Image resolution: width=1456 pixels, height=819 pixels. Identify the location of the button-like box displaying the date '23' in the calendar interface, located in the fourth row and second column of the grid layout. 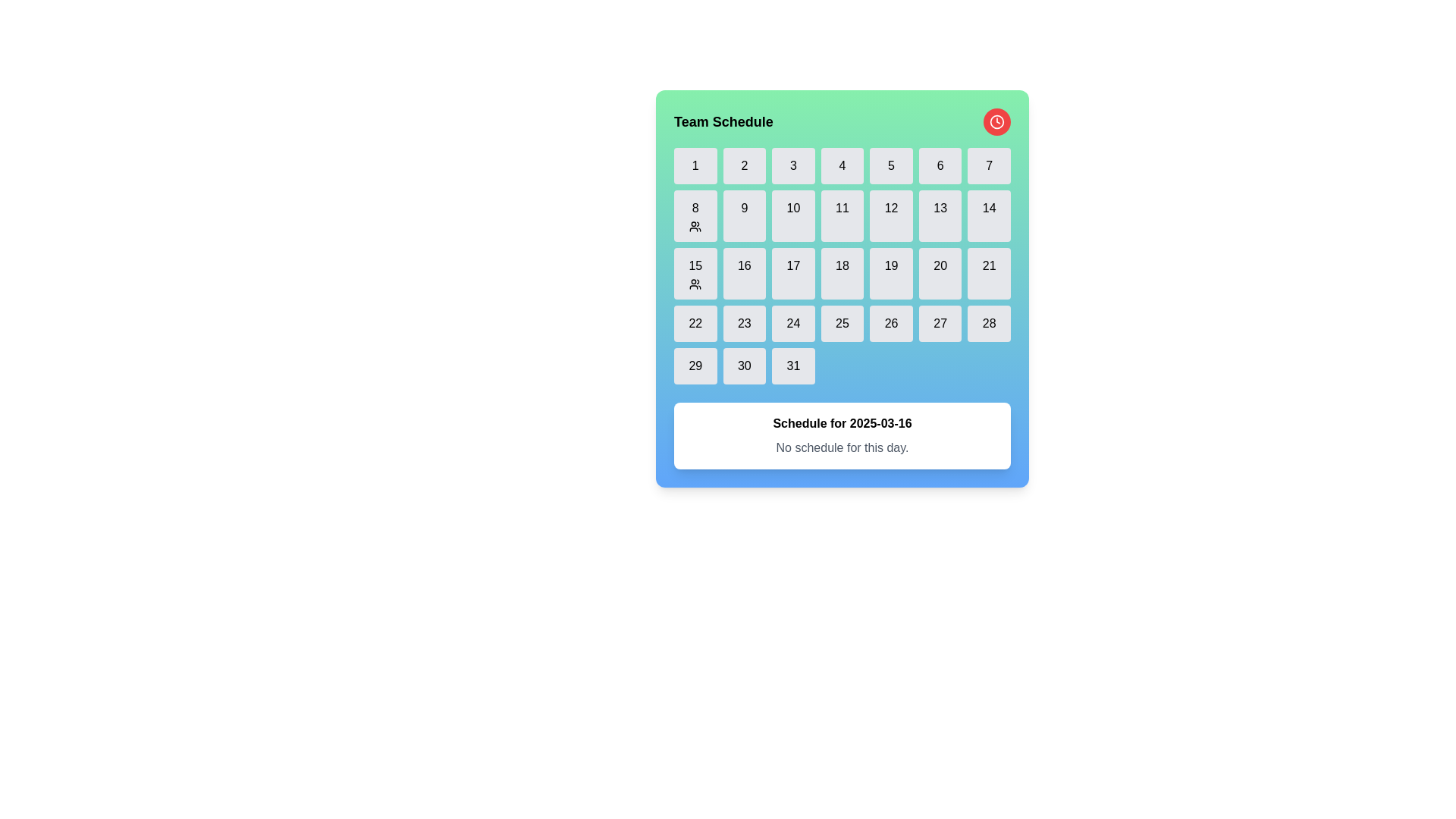
(744, 323).